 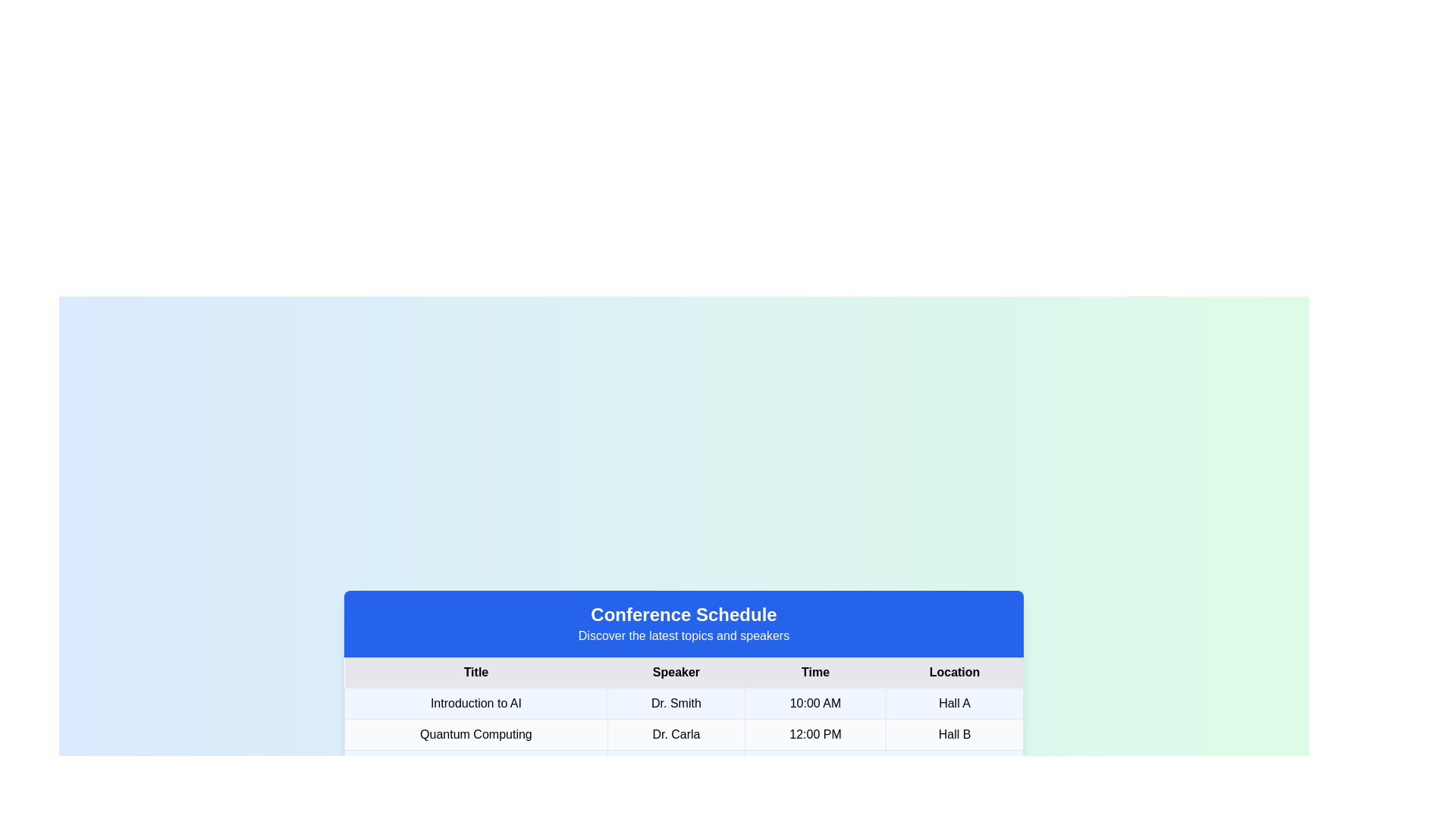 I want to click on the Text label header that indicates the Speaker of an event, which is the second header in a row of column headers located between the 'Title' and 'Time' headers, so click(x=676, y=672).